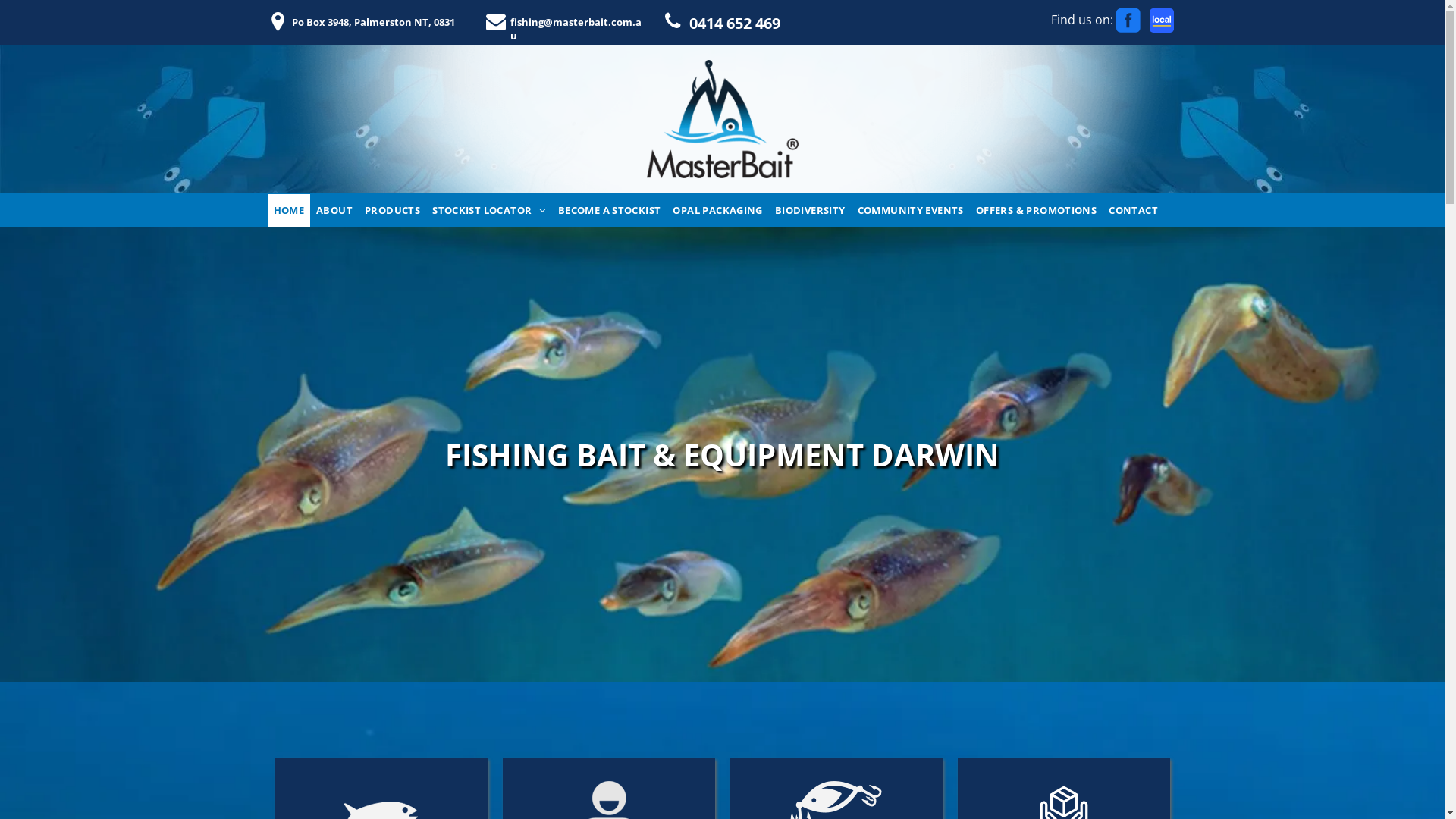 The image size is (1456, 819). Describe the element at coordinates (392, 210) in the screenshot. I see `'PRODUCTS'` at that location.